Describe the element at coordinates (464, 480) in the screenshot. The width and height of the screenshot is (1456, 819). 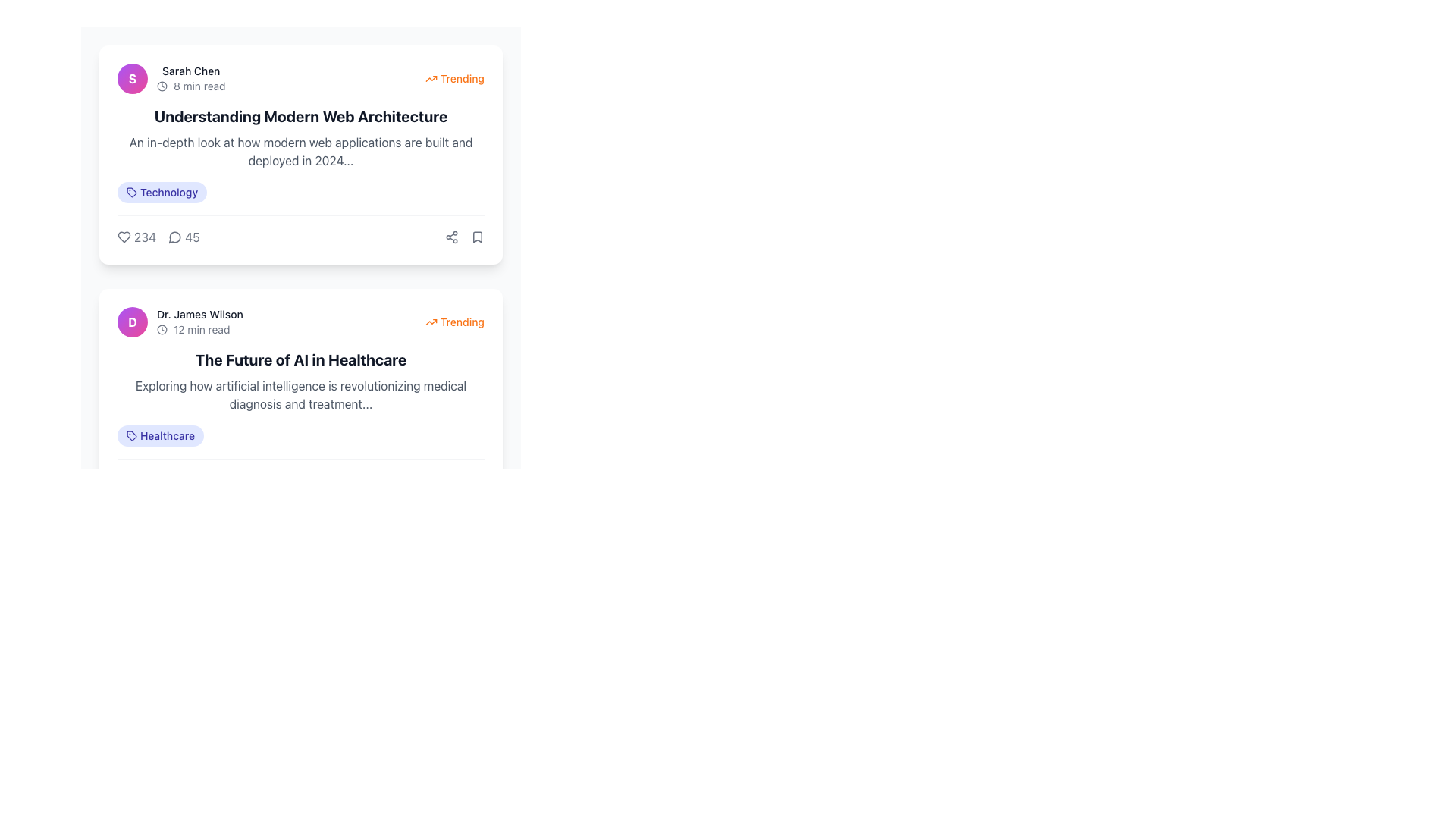
I see `the interactive button located at the bottom-right corner of the card for the article 'The Future of AI in Healthcare'` at that location.